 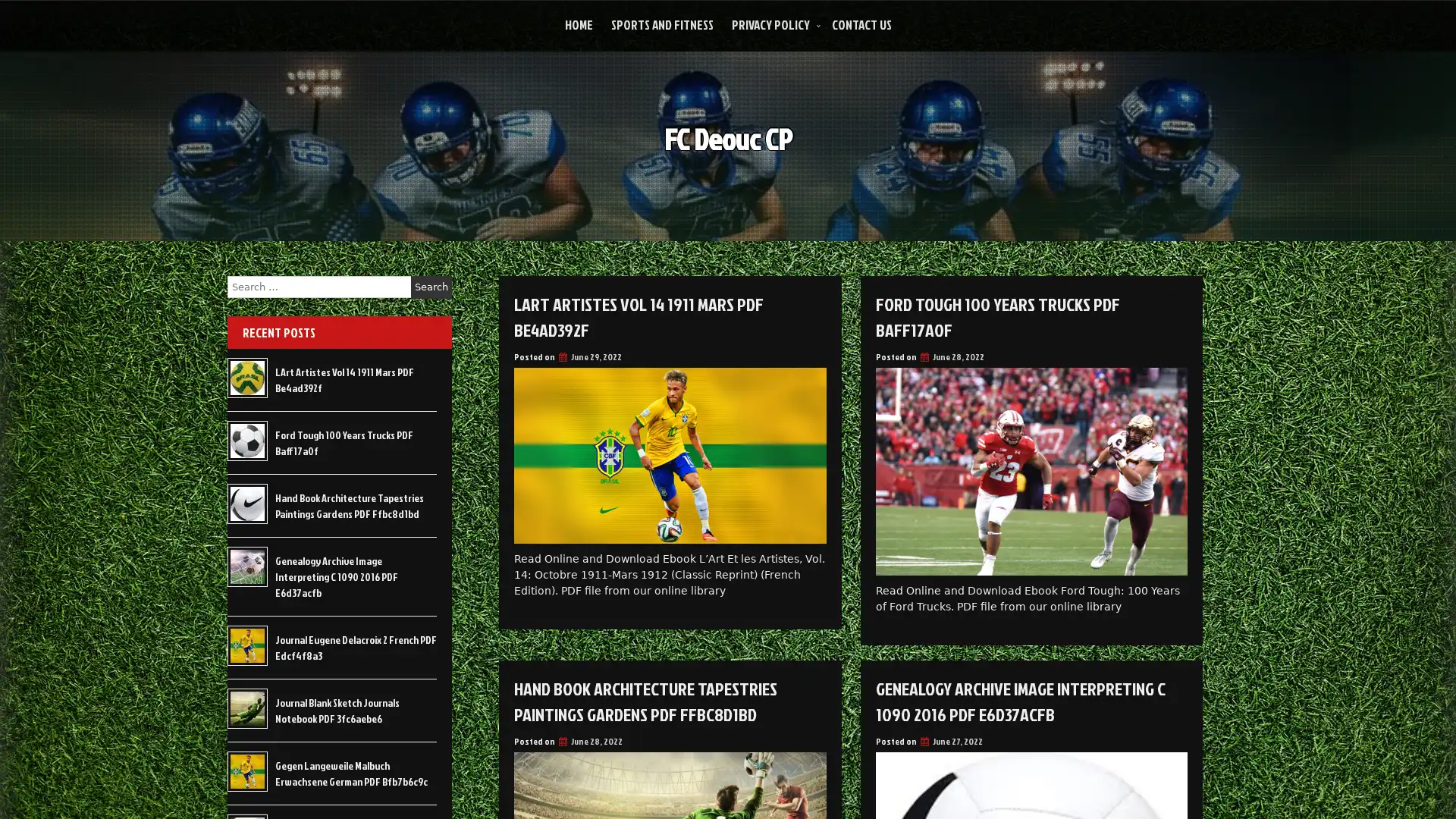 I want to click on Search, so click(x=431, y=287).